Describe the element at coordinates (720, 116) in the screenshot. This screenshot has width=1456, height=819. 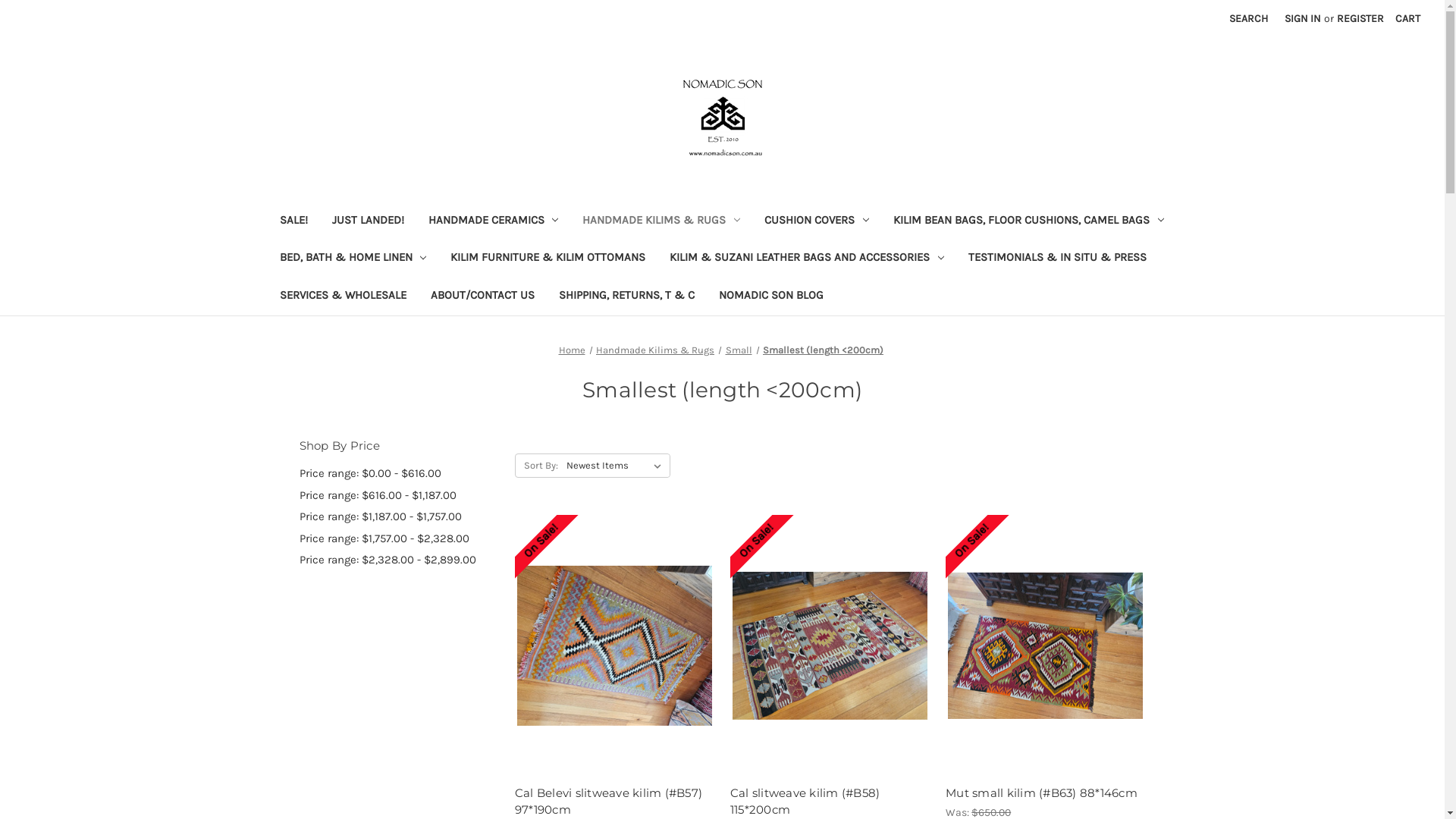
I see `'NOMADIC SON'` at that location.